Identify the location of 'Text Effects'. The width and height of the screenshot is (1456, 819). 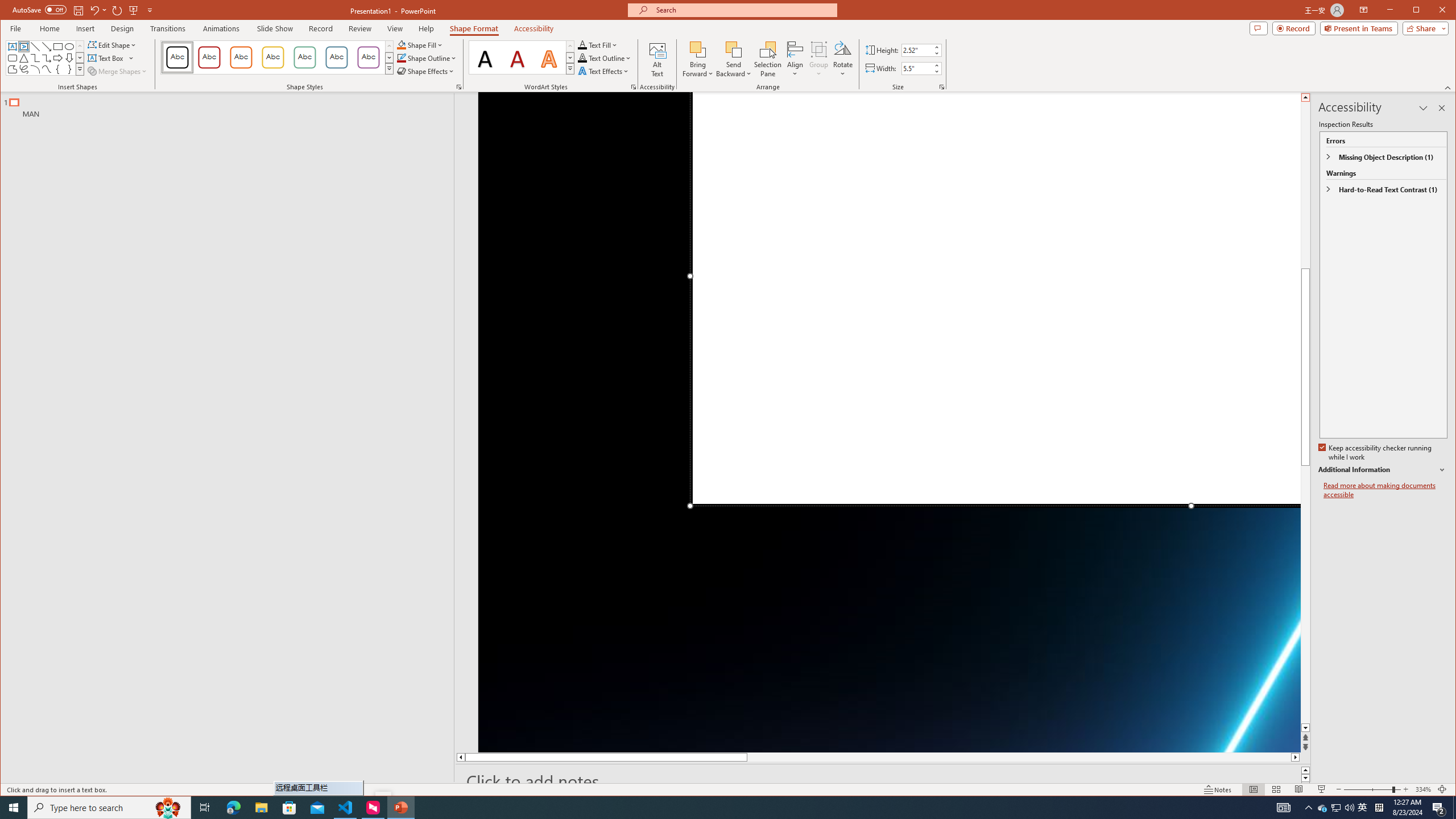
(603, 71).